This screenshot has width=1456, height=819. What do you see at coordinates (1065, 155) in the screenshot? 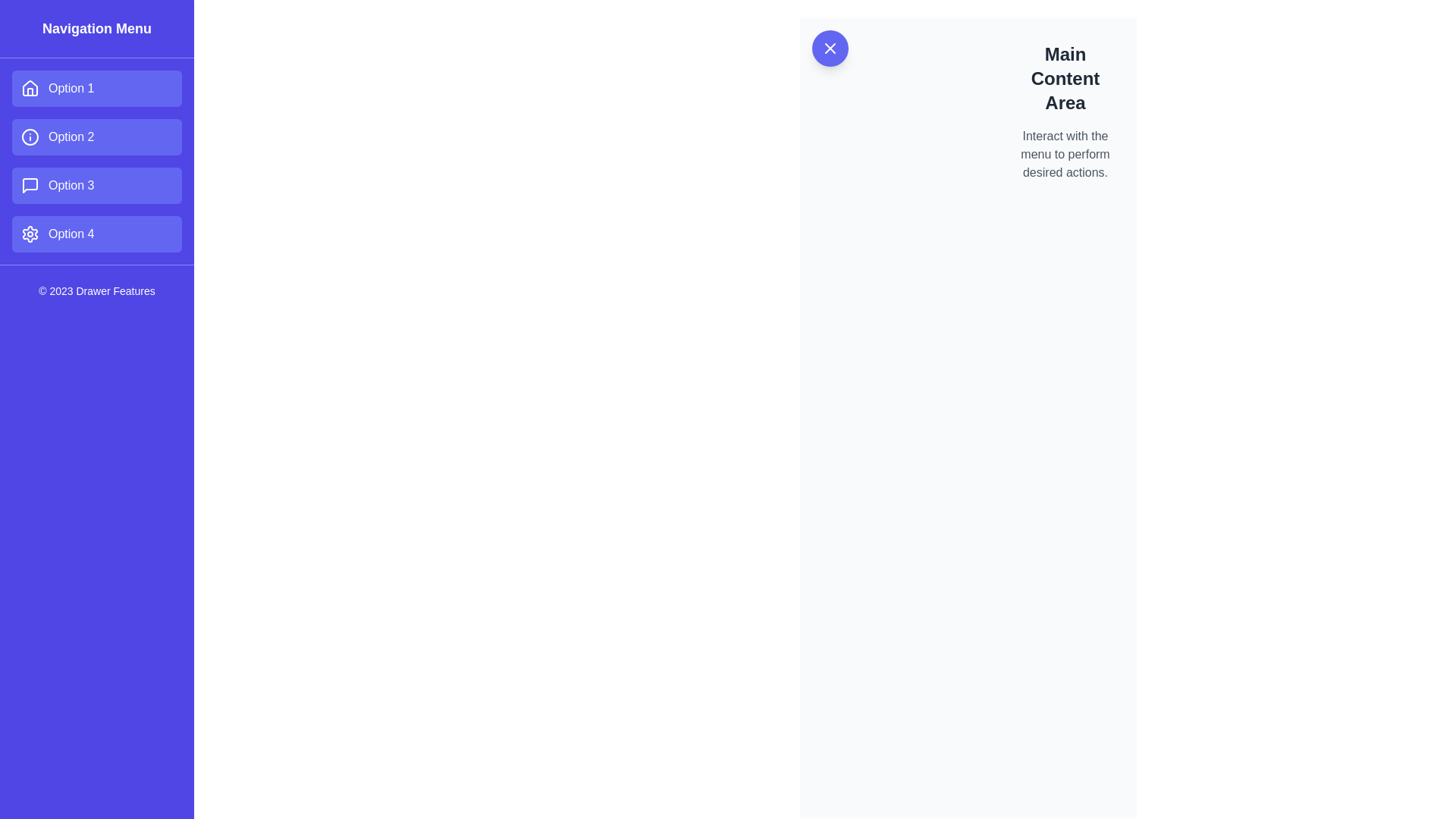
I see `the text block styled in smaller gray font that reads 'Interact with the menu to perform desired actions.' located below the heading 'Main Content Area.'` at bounding box center [1065, 155].